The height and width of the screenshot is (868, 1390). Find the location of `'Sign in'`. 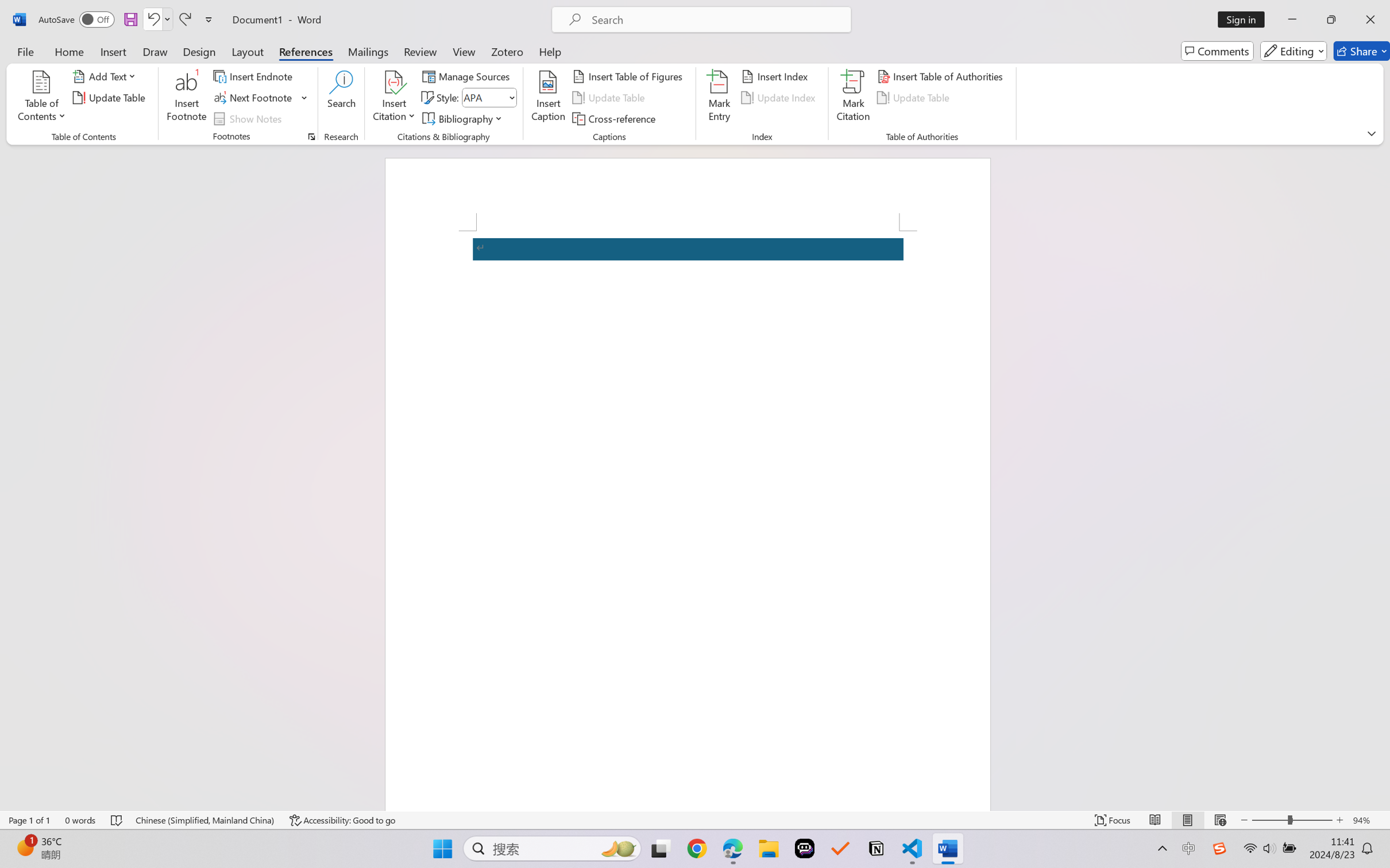

'Sign in' is located at coordinates (1245, 19).